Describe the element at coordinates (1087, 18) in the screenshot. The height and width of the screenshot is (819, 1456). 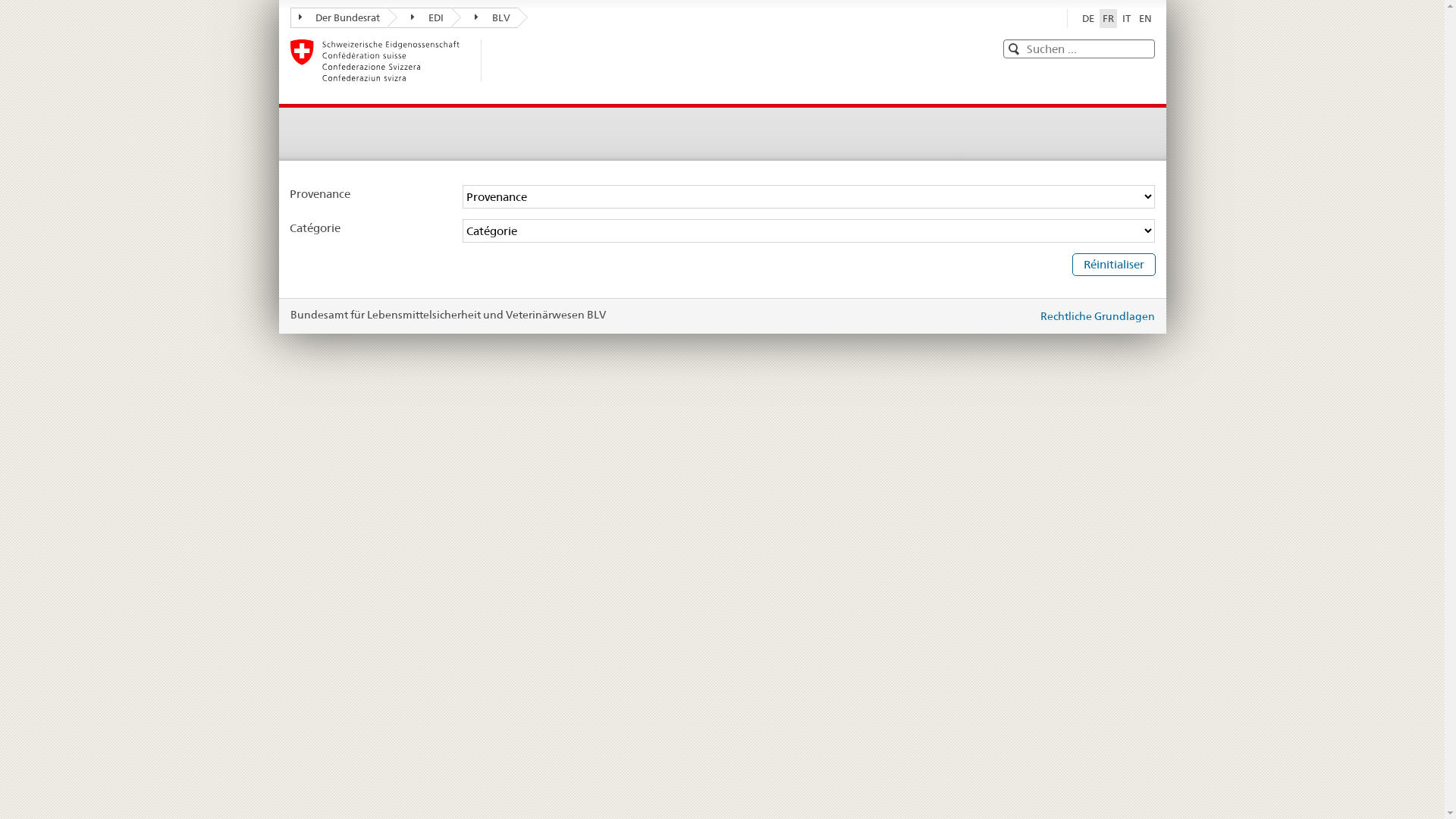
I see `'DE'` at that location.